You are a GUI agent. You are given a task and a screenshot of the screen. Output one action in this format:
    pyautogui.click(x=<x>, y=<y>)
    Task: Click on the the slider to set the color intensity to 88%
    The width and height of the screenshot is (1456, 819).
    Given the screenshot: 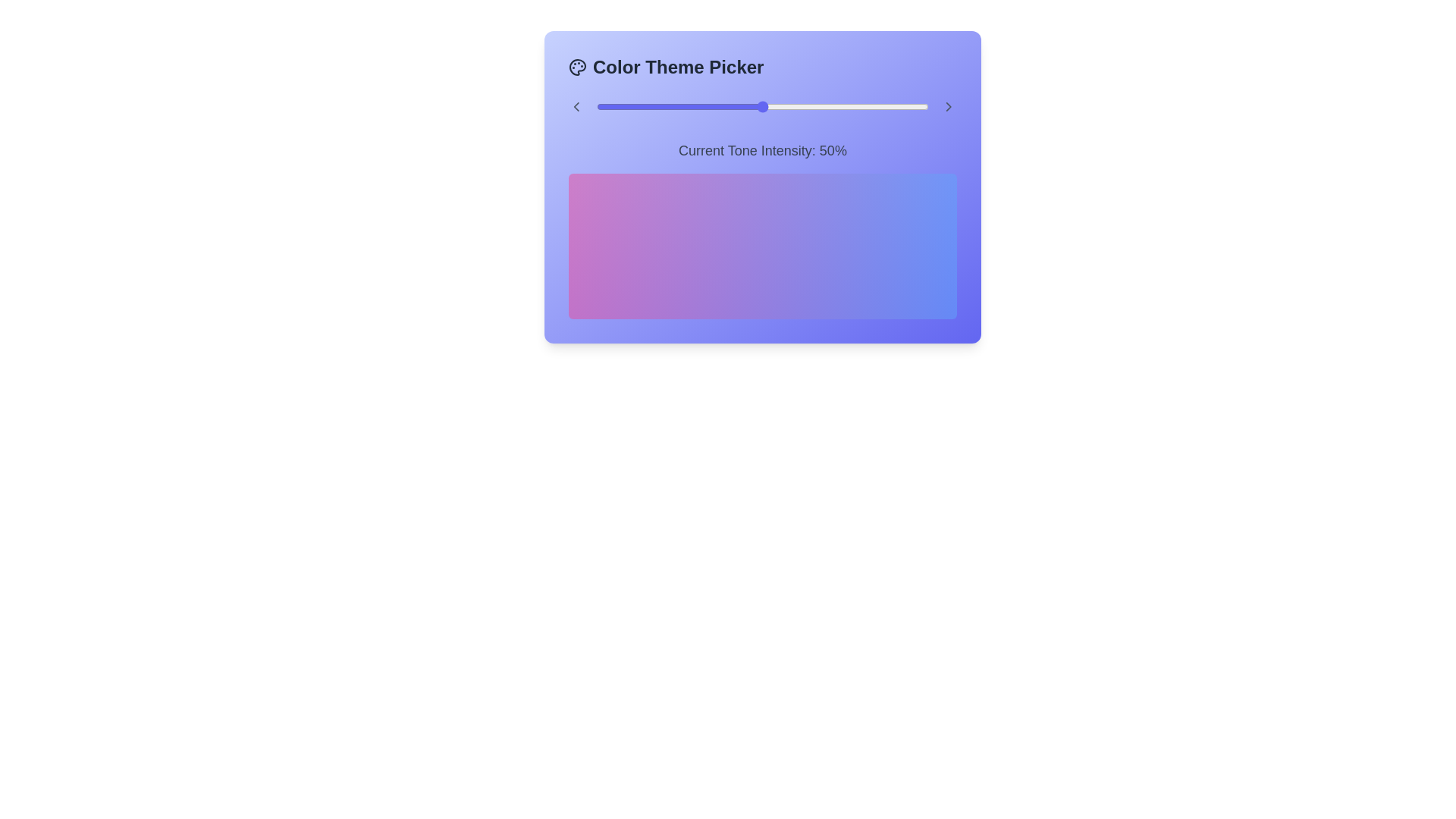 What is the action you would take?
    pyautogui.click(x=889, y=106)
    